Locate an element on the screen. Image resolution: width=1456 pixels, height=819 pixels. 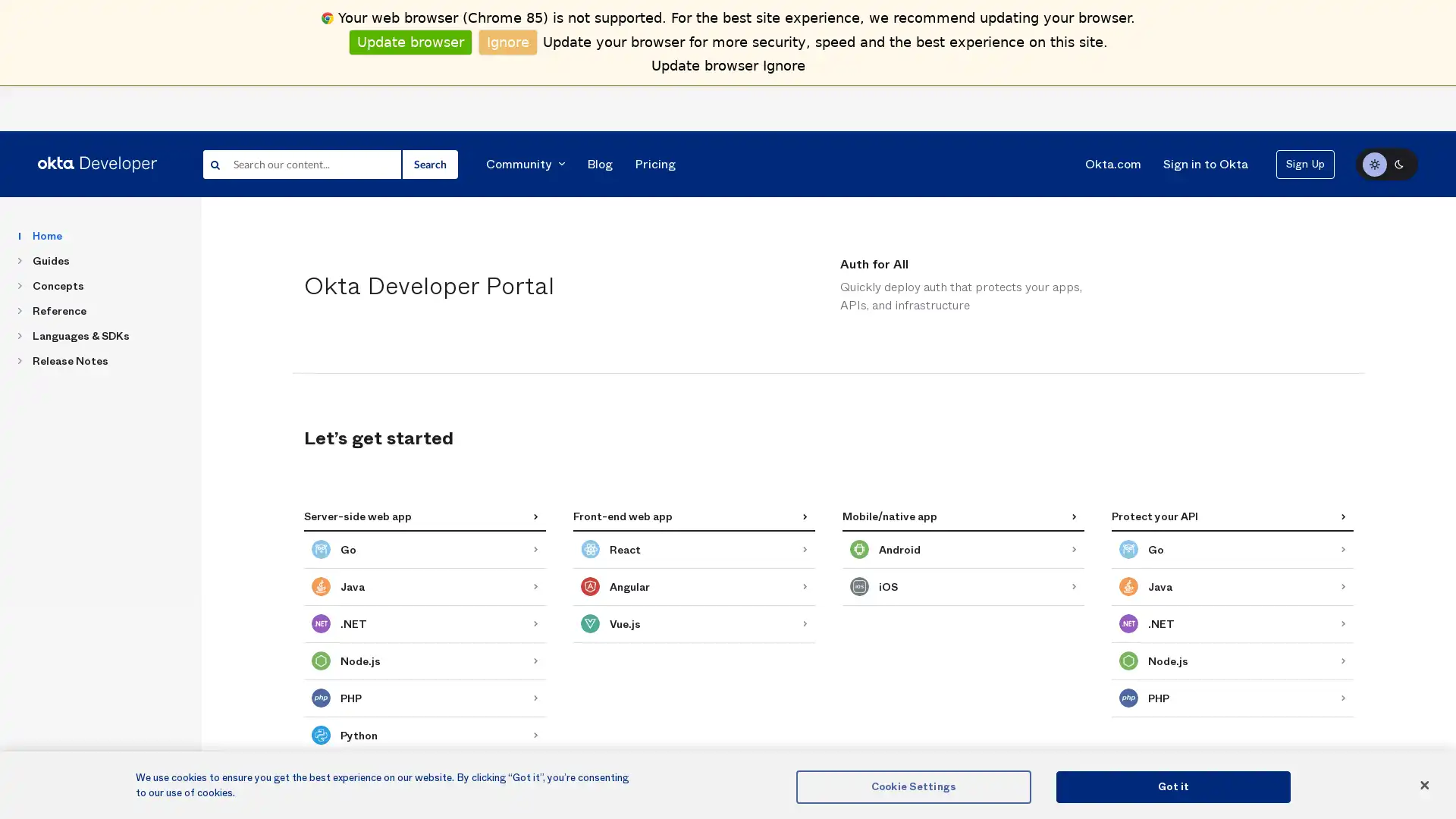
Close is located at coordinates (1423, 784).